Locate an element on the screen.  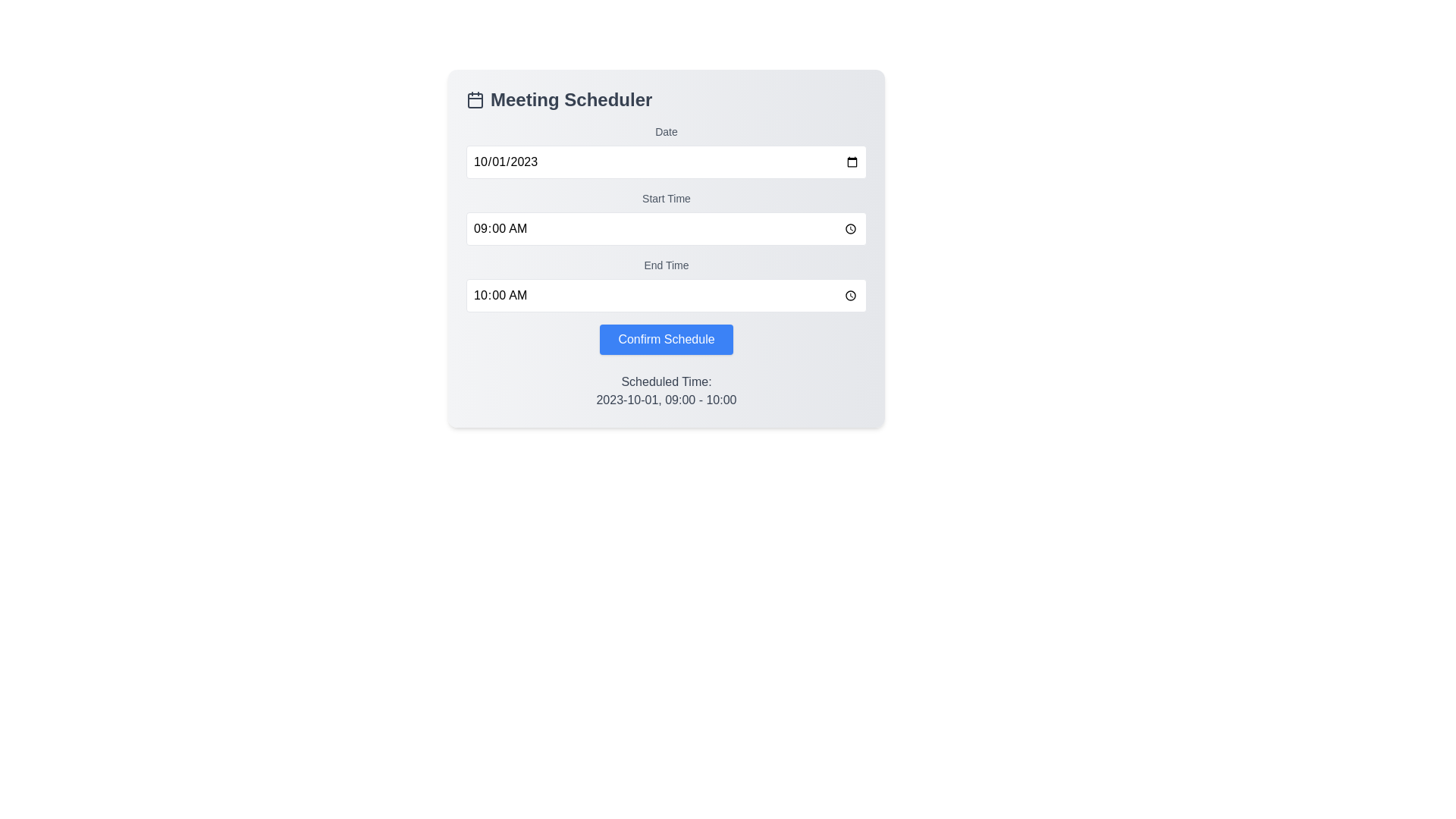
the 'End Time' label, which is a small grayish text label located below the 'Start Time' label and above the time input field is located at coordinates (666, 265).